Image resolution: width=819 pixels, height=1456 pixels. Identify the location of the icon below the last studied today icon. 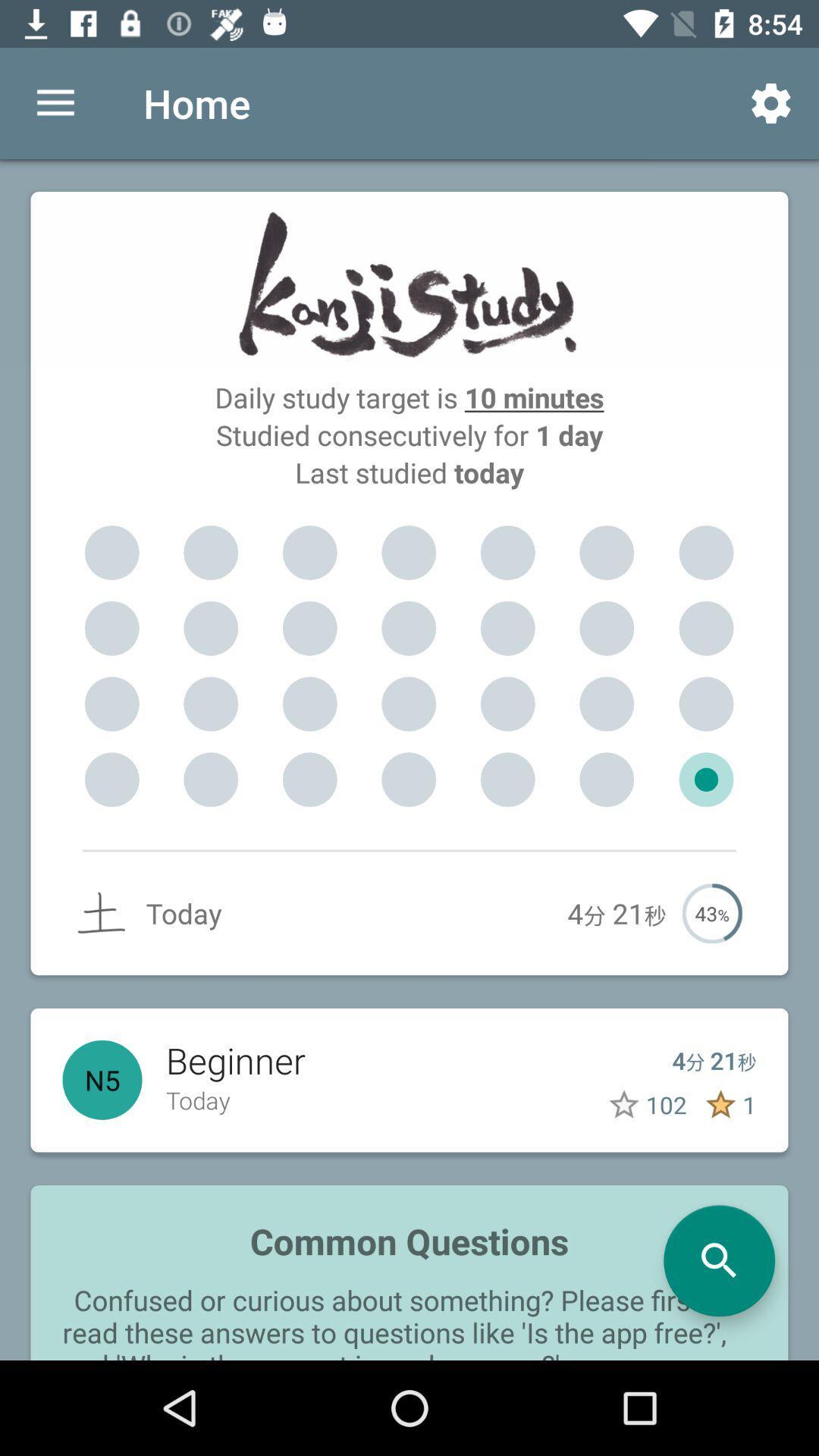
(706, 552).